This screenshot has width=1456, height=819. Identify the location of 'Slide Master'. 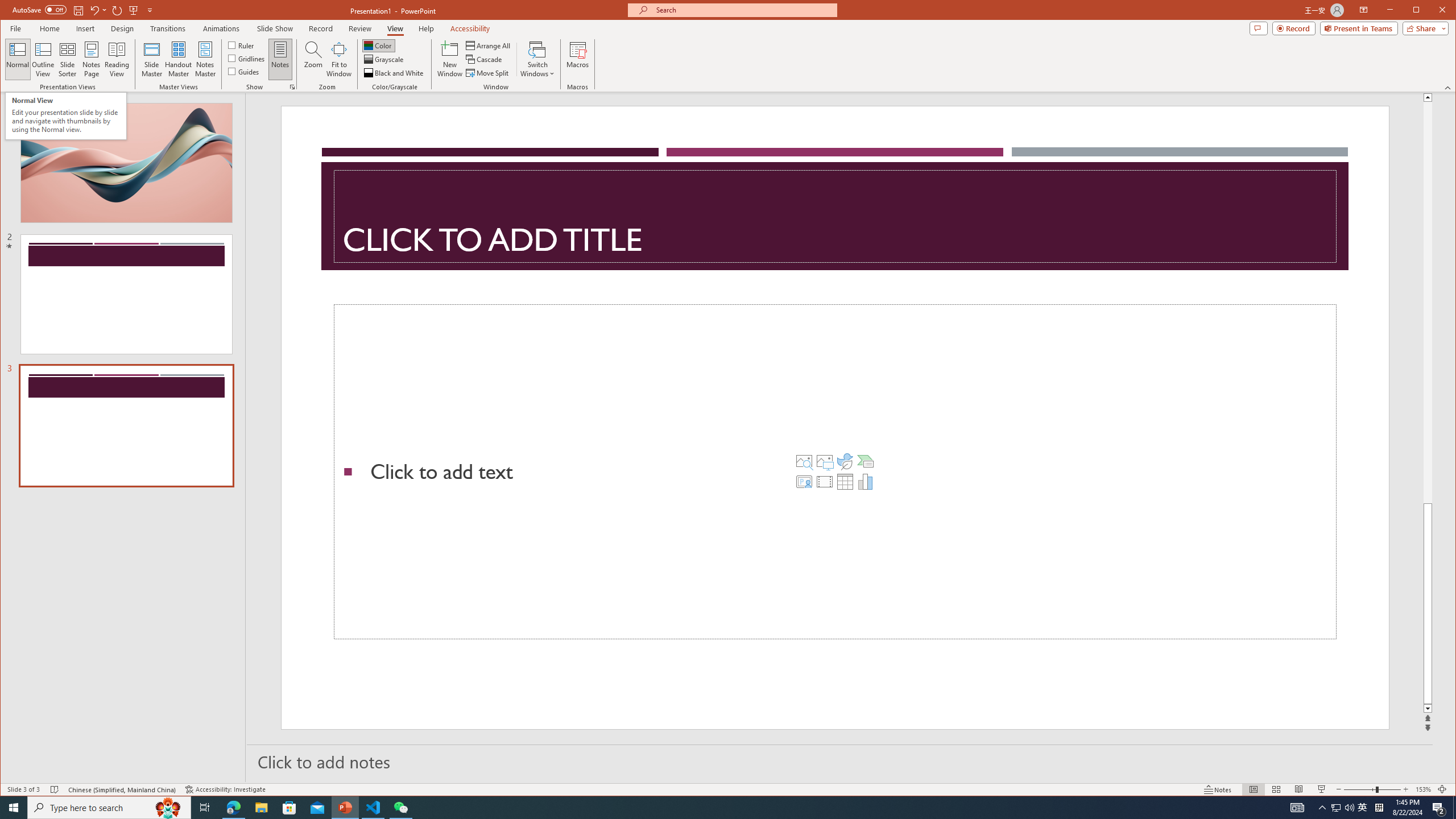
(151, 59).